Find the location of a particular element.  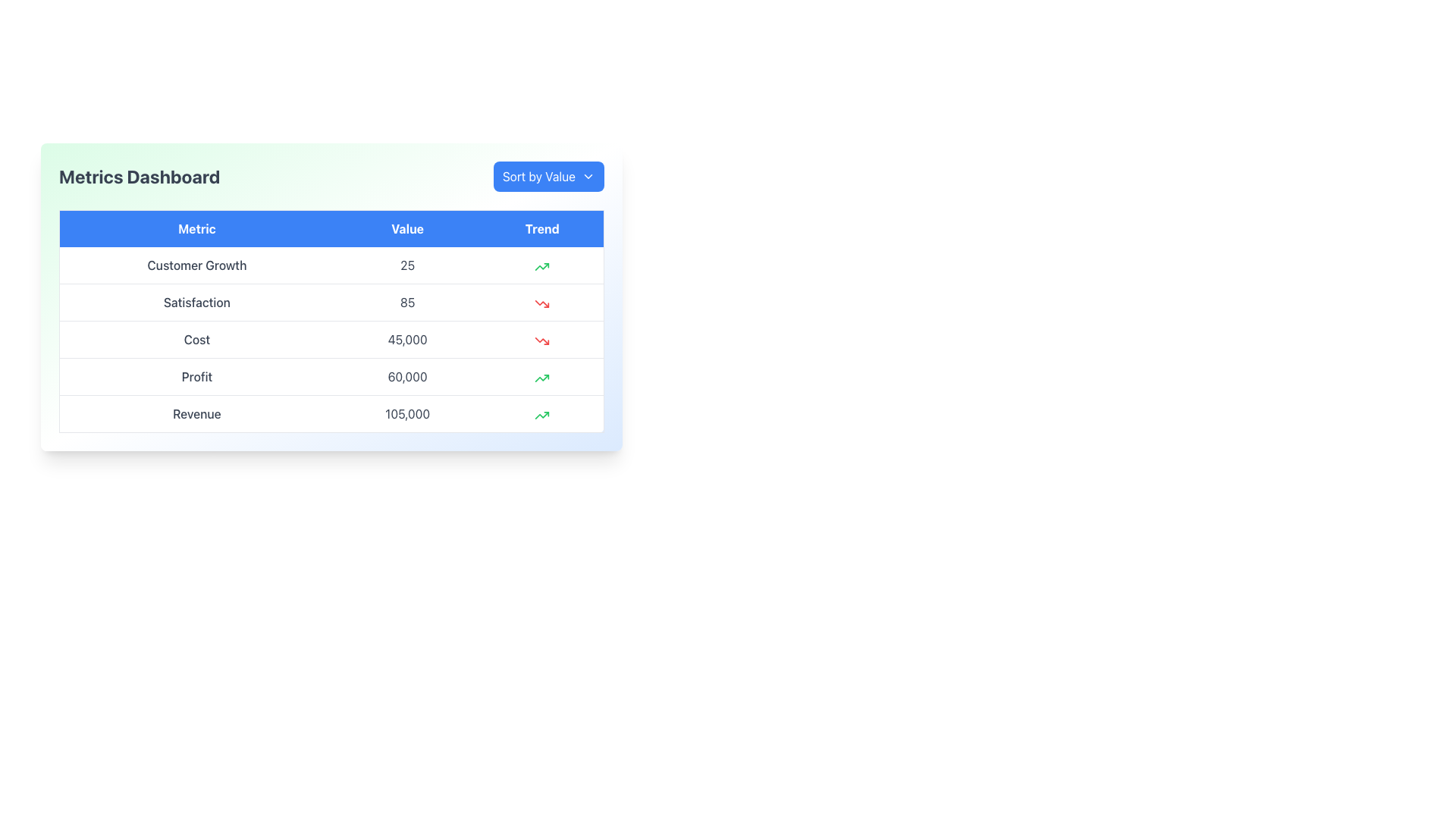

the 'Value' table header to sort the column in the Metrics Dashboard is located at coordinates (407, 228).